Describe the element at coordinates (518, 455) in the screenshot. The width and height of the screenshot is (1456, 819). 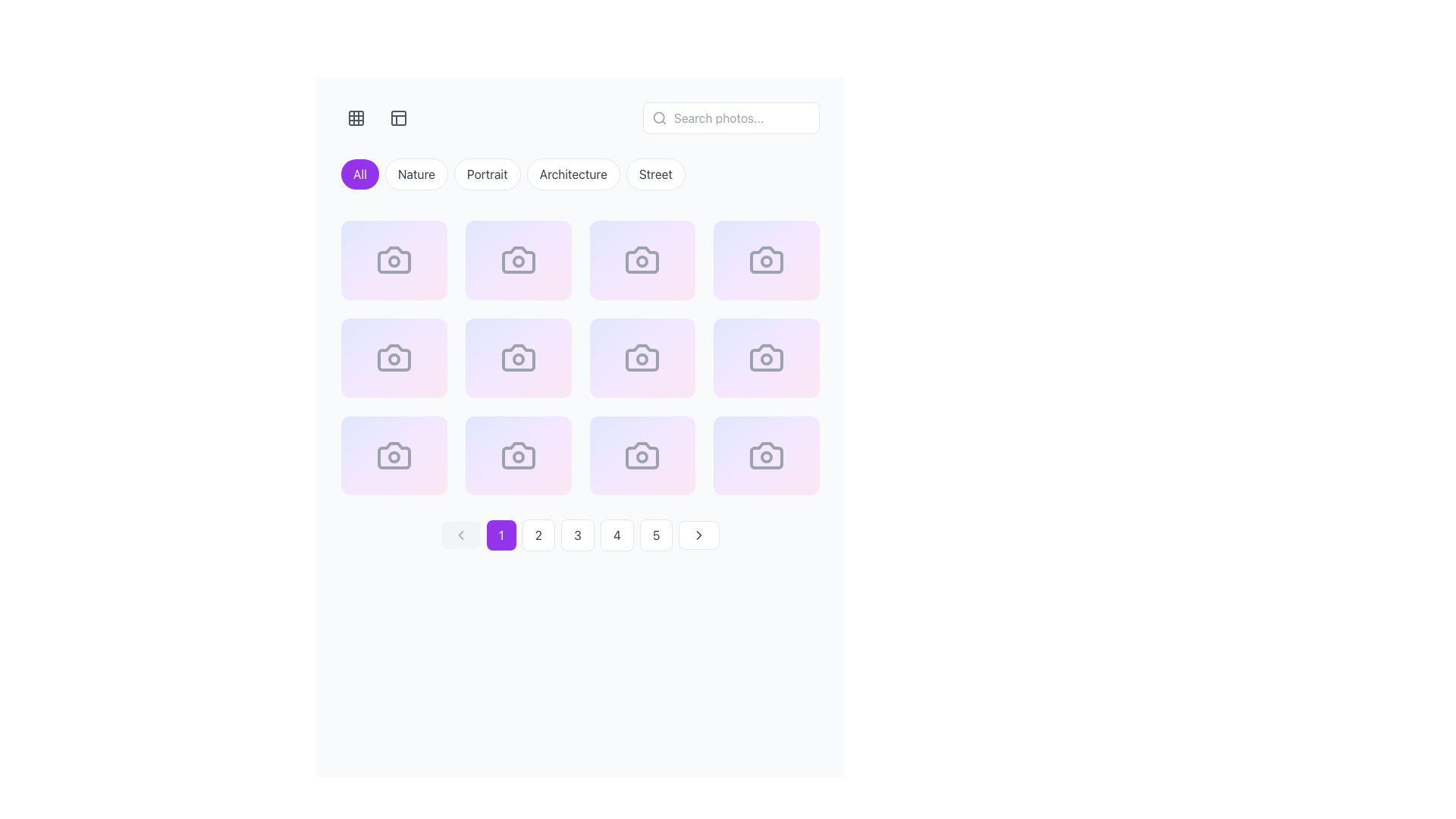
I see `the centrally positioned gray outline camera icon with a circular lens design` at that location.